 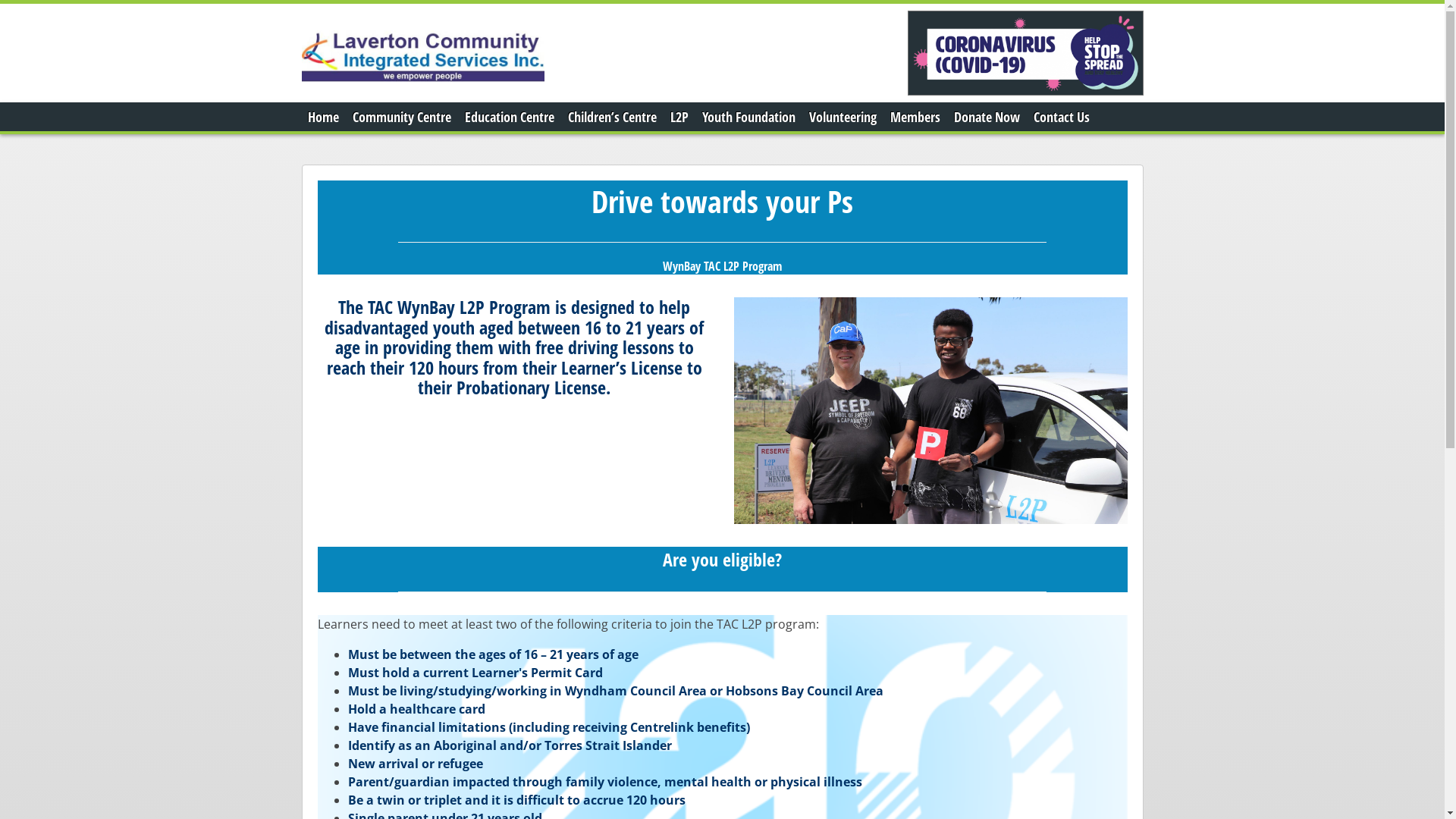 What do you see at coordinates (1059, 116) in the screenshot?
I see `'Contact Us'` at bounding box center [1059, 116].